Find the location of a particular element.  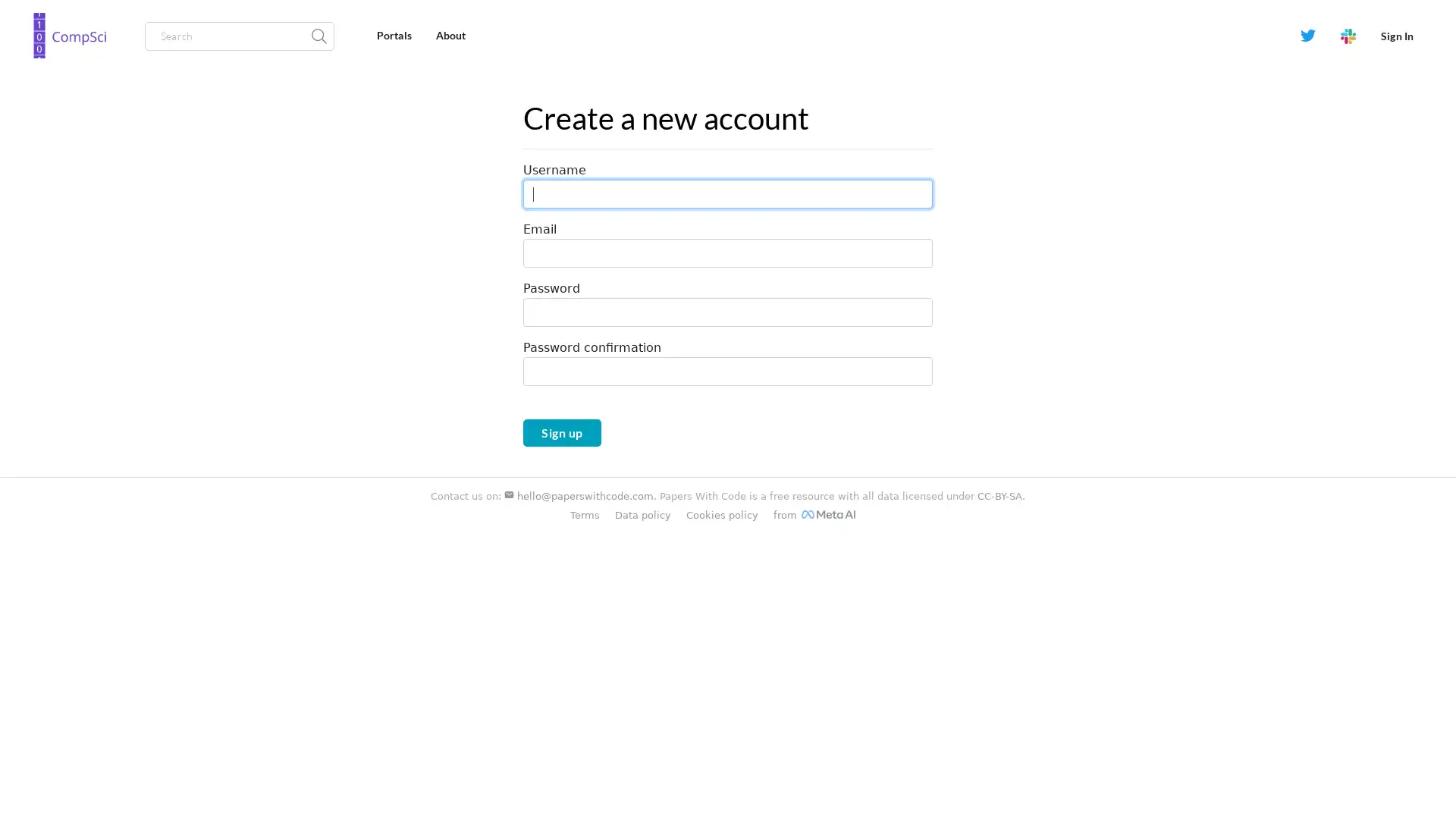

Sign up is located at coordinates (560, 432).